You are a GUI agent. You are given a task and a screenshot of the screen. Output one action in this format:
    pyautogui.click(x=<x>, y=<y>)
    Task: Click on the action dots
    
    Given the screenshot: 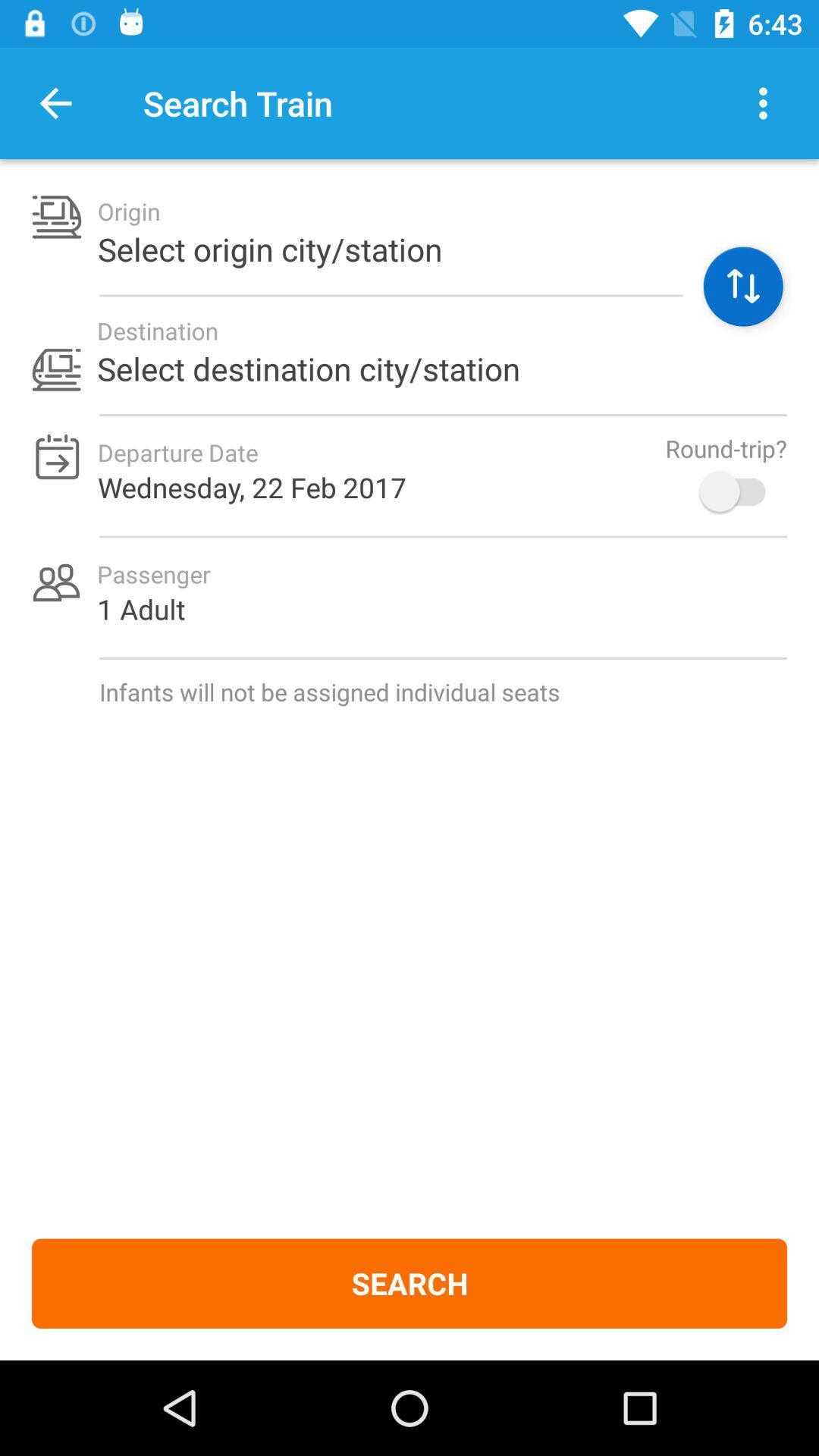 What is the action you would take?
    pyautogui.click(x=763, y=102)
    